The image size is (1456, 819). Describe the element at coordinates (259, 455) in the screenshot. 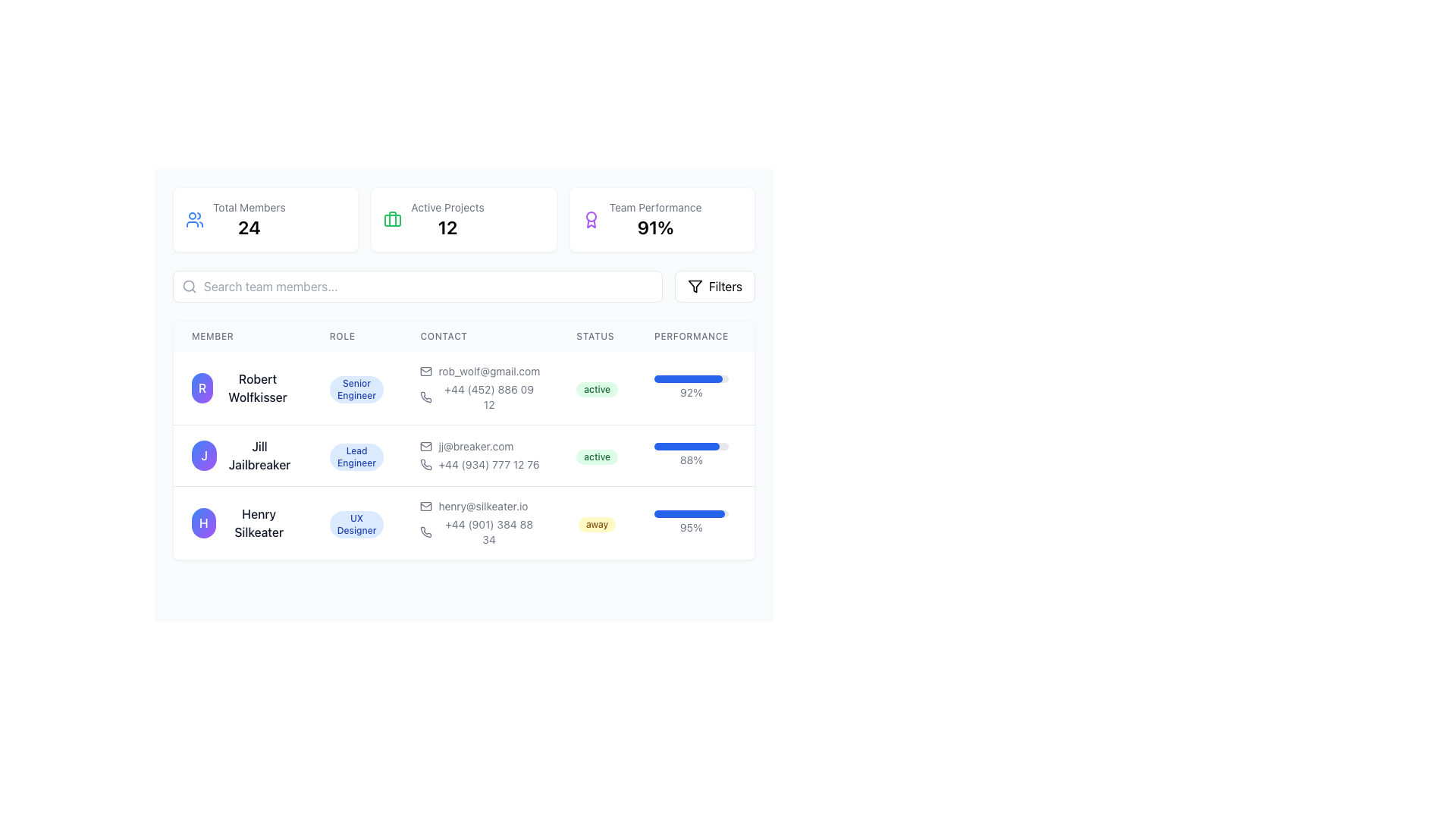

I see `the text label displaying the name 'Jill Jailbreaker', which is located in the second row of a table-like layout and is adjacent to a circular icon with the initial 'J'` at that location.